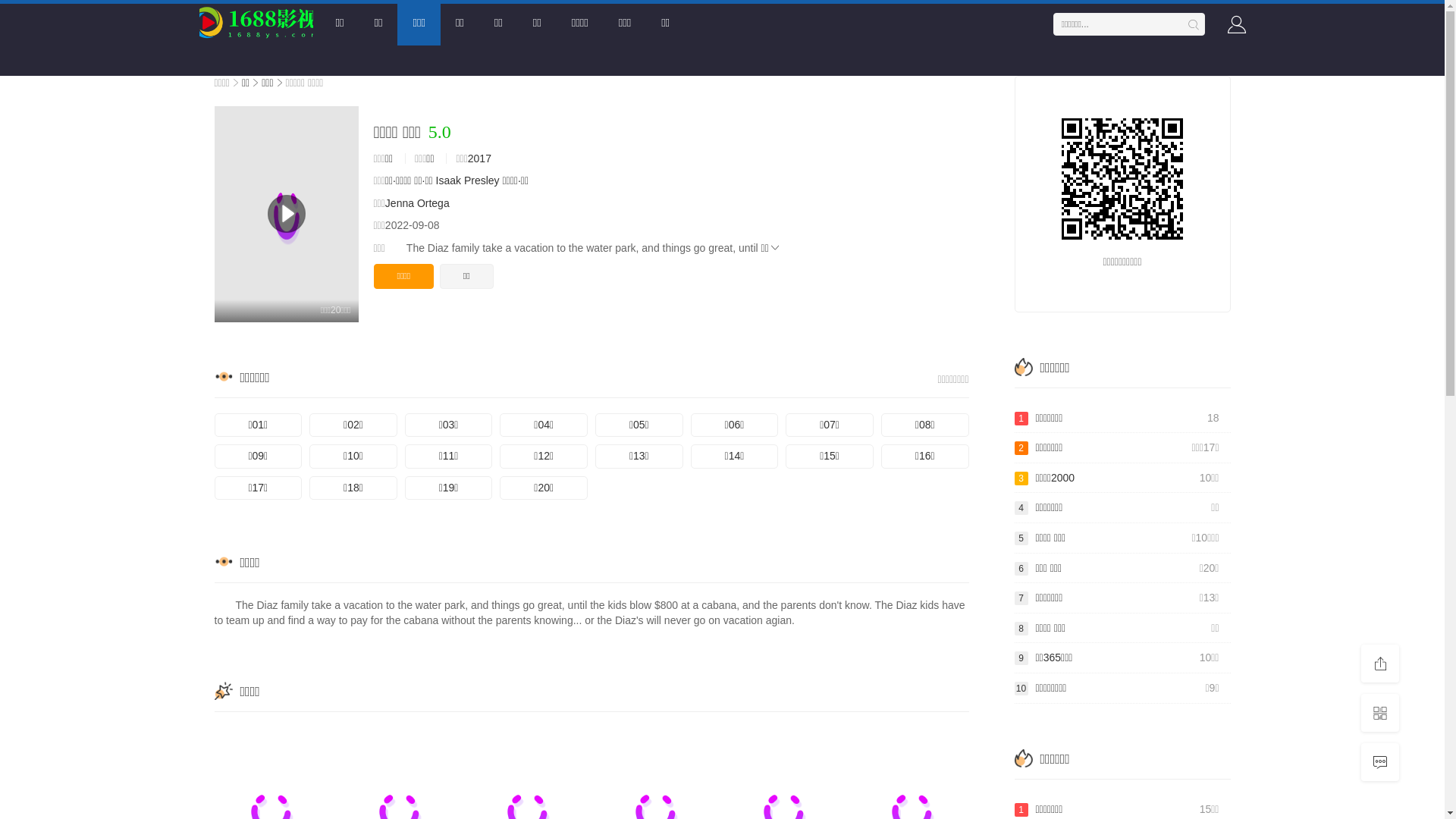 This screenshot has height=819, width=1456. I want to click on '2017', so click(479, 158).